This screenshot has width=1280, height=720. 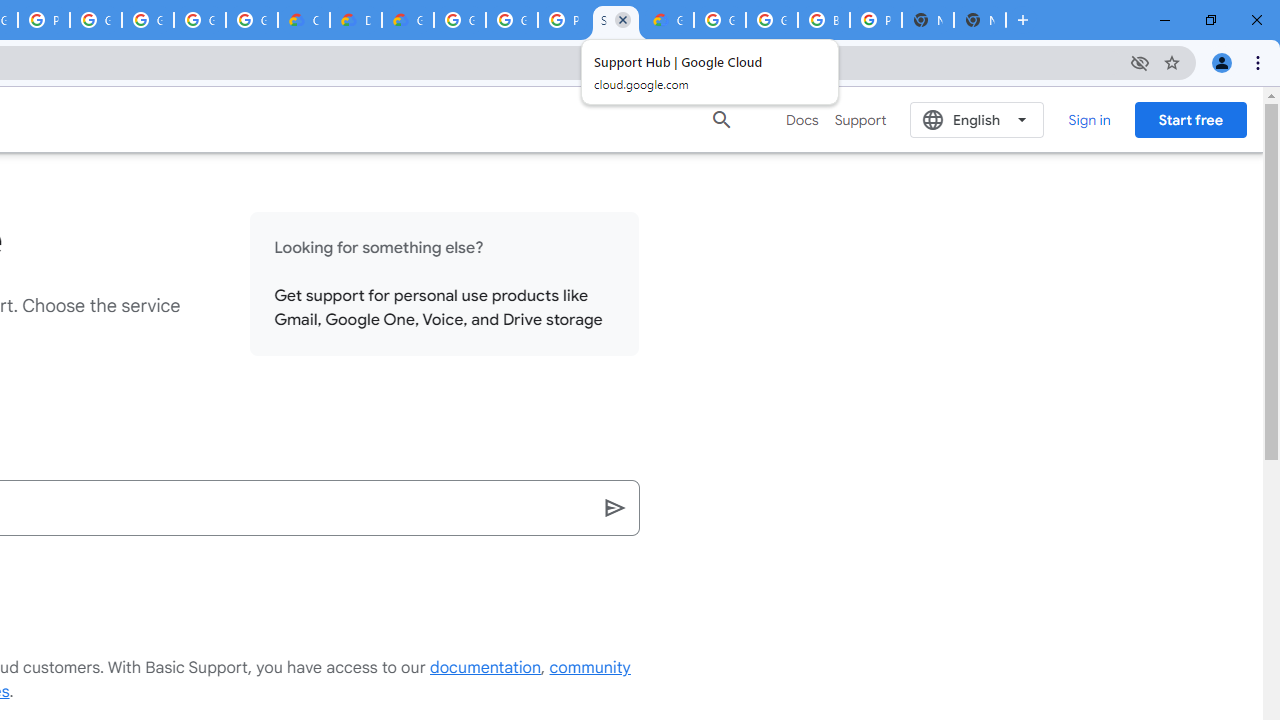 I want to click on 'Gemini for Business and Developers | Google Cloud', so click(x=406, y=20).